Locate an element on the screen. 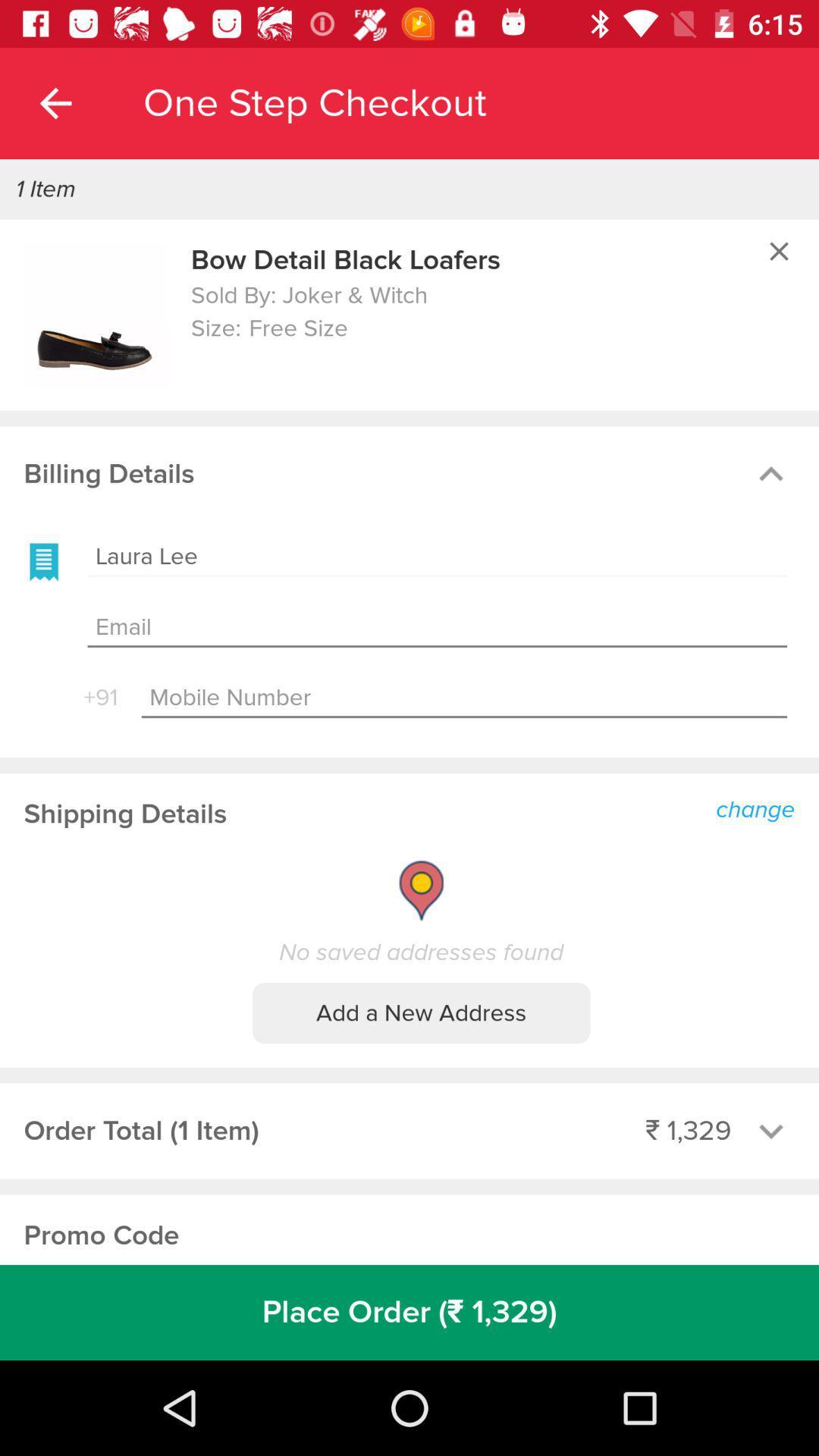 This screenshot has width=819, height=1456. the item above the no saved addresses item is located at coordinates (759, 807).